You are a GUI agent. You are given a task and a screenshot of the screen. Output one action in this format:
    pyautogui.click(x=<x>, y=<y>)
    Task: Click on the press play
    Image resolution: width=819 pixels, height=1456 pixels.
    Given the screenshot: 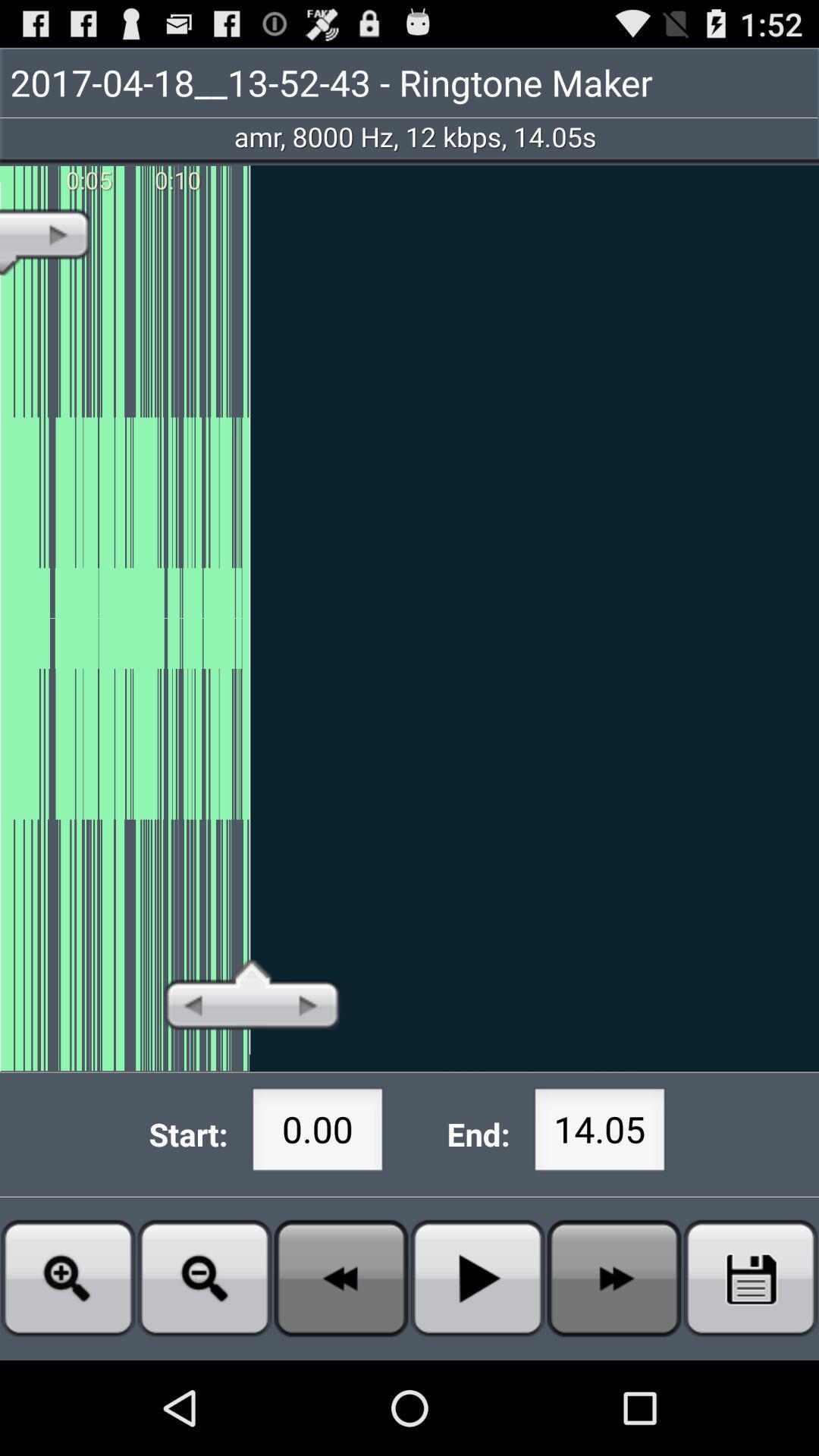 What is the action you would take?
    pyautogui.click(x=476, y=1277)
    